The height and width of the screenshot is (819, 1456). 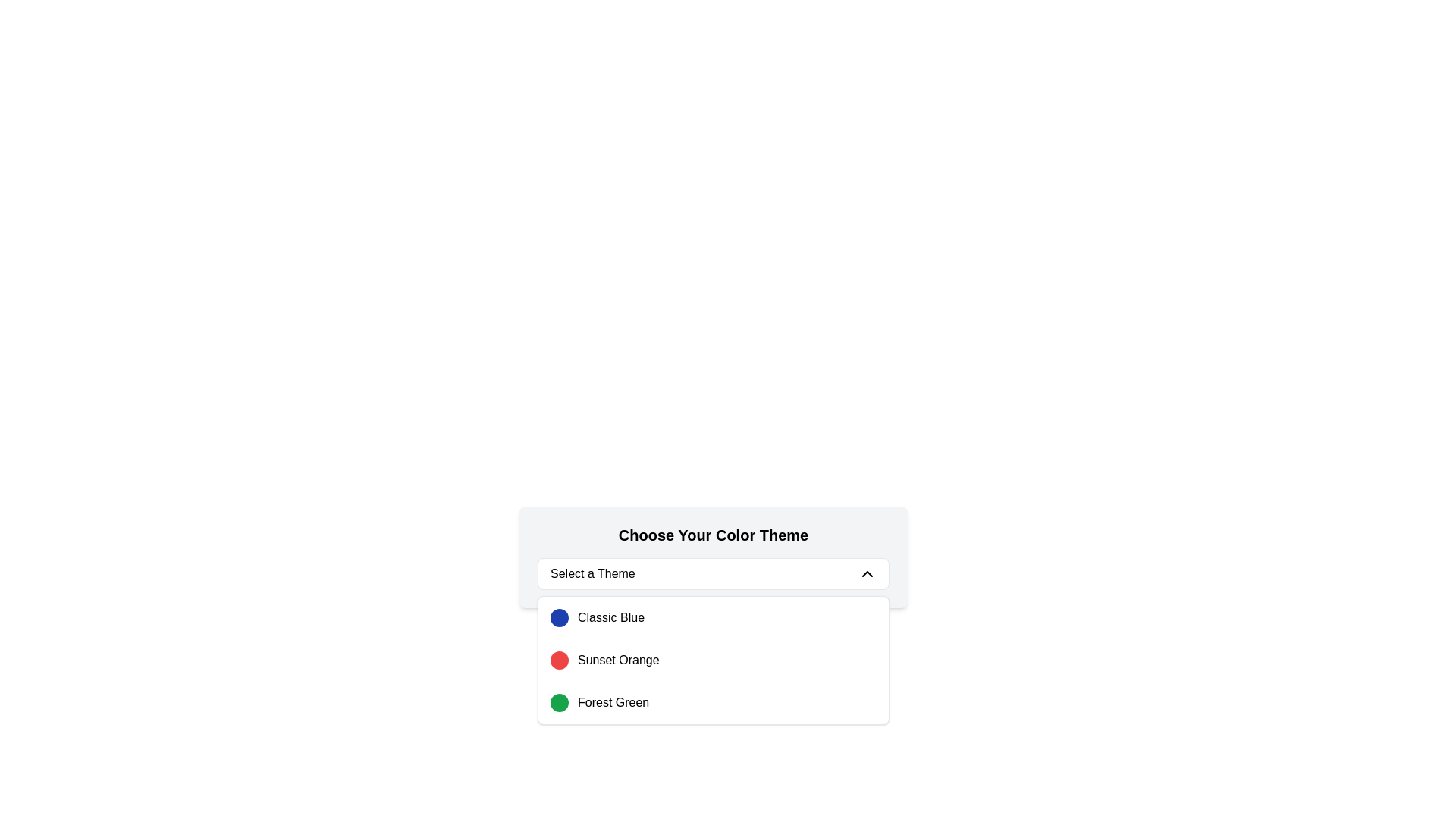 I want to click on to select the 'Forest Green' color option from the dropdown menu, which is the third item in the list, so click(x=712, y=702).